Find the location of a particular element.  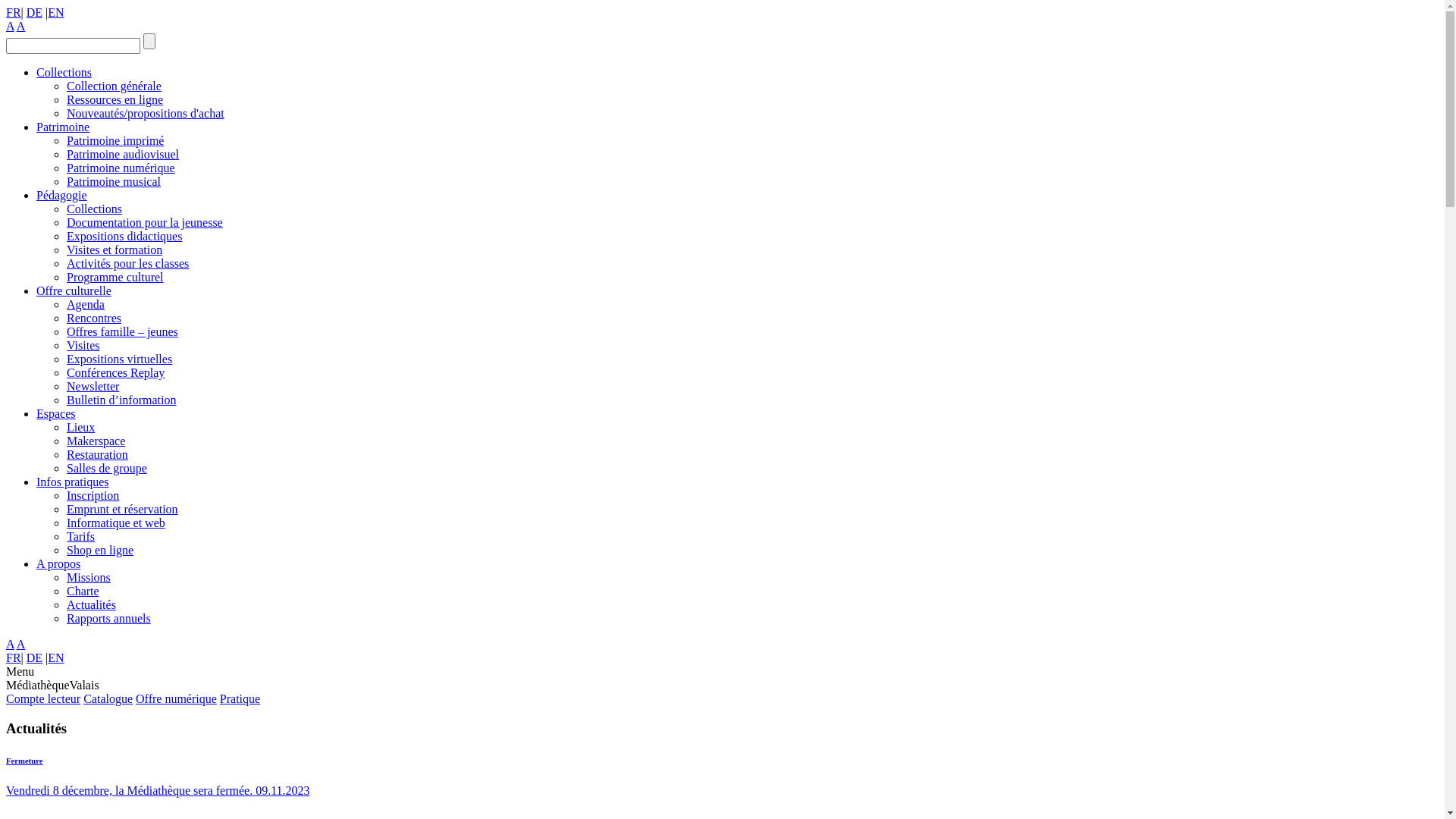

'EN' is located at coordinates (47, 657).